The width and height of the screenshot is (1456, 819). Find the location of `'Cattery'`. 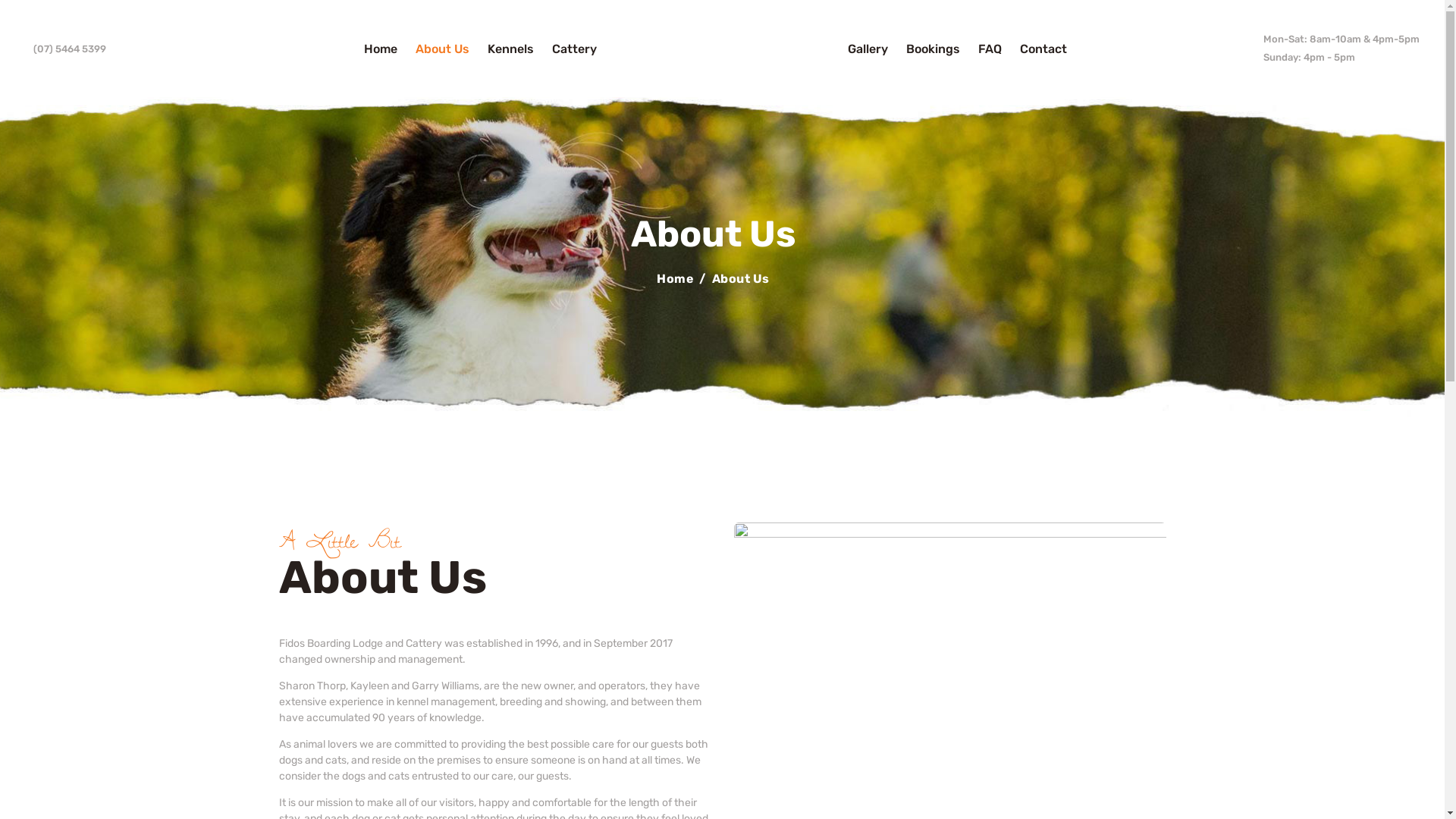

'Cattery' is located at coordinates (573, 48).